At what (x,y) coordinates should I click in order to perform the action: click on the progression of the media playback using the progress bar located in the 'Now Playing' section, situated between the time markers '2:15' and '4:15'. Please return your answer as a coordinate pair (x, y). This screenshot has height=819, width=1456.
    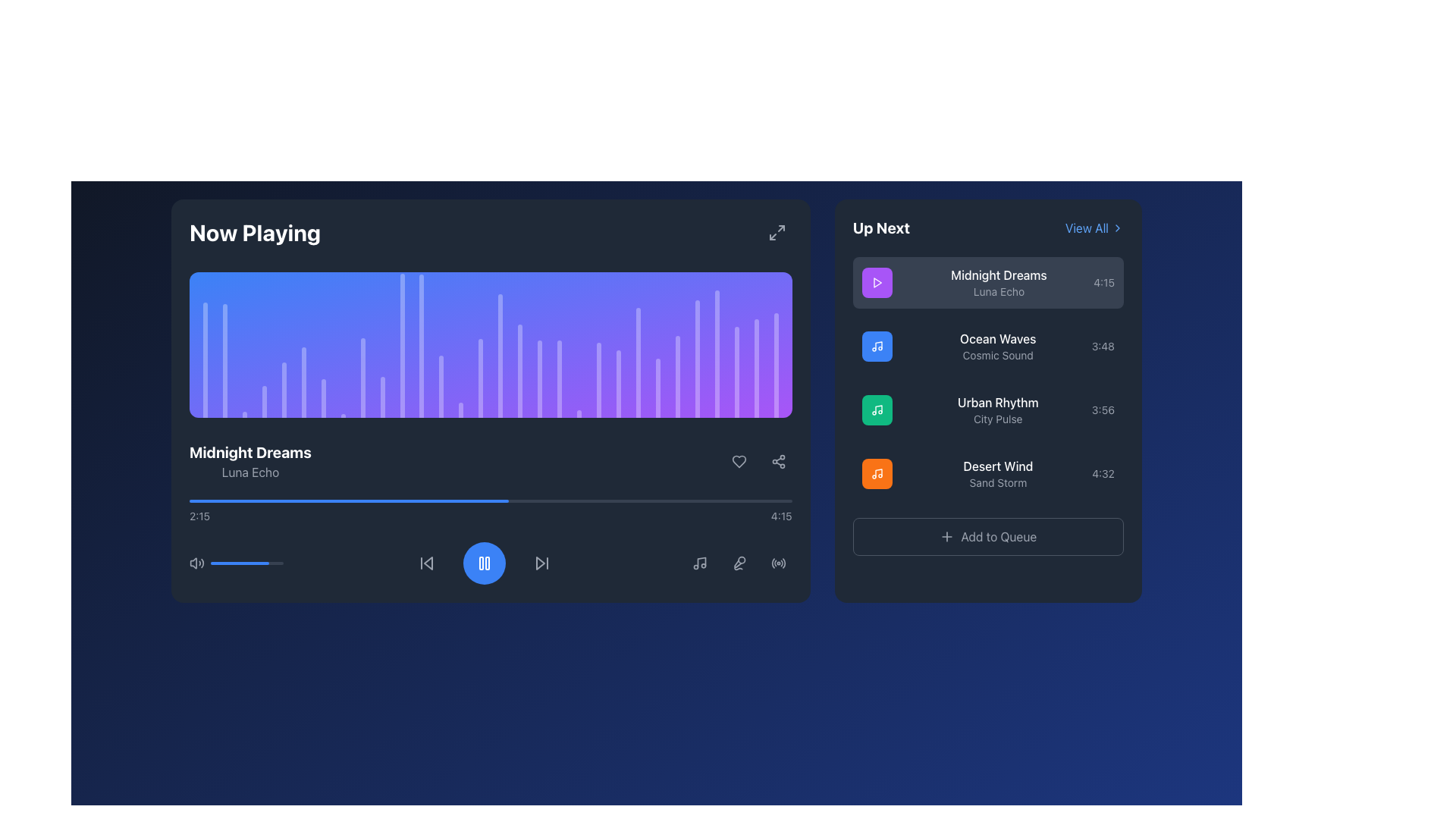
    Looking at the image, I should click on (491, 500).